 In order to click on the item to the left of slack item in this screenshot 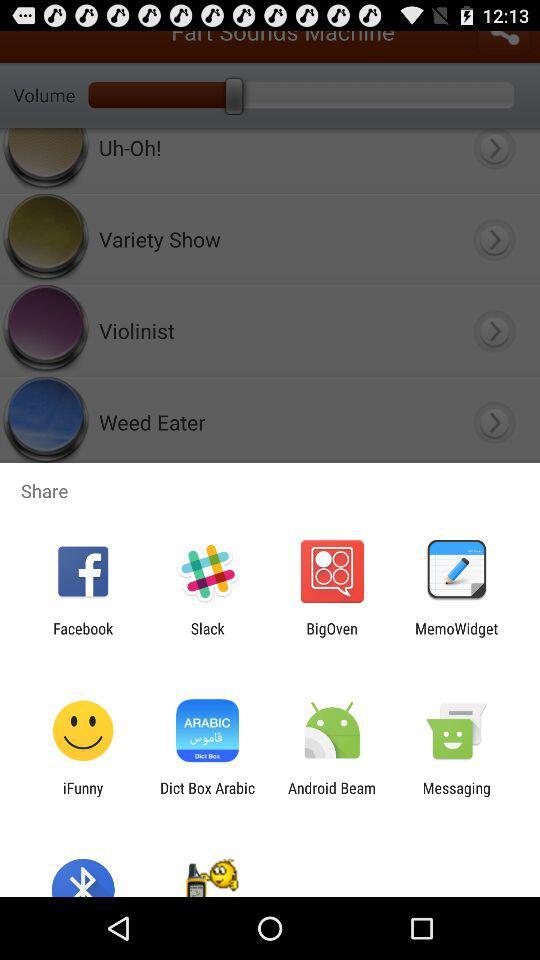, I will do `click(82, 636)`.